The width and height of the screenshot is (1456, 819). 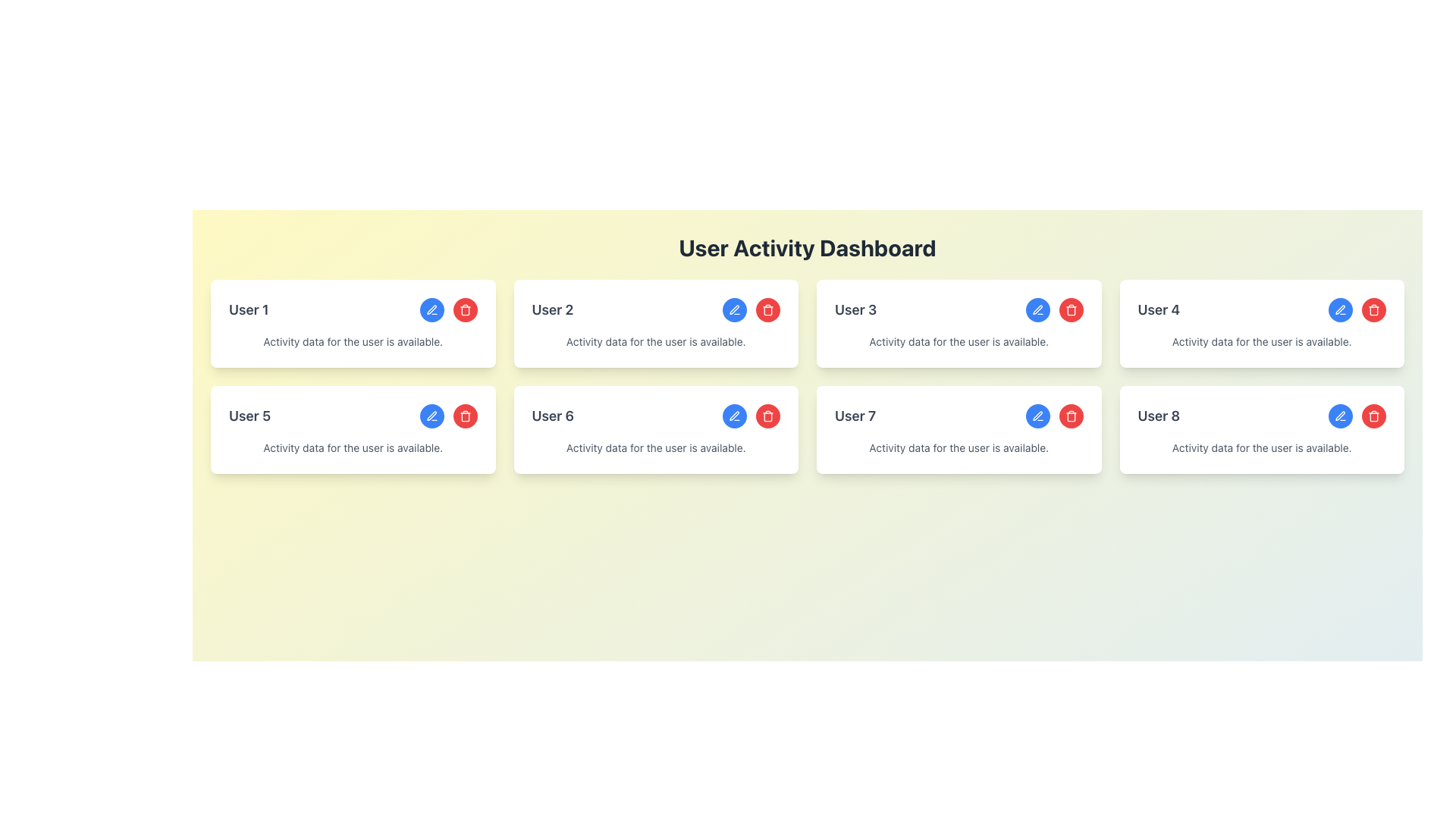 What do you see at coordinates (735, 416) in the screenshot?
I see `the circular blue edit button with a pencil icon for 'User 6'` at bounding box center [735, 416].